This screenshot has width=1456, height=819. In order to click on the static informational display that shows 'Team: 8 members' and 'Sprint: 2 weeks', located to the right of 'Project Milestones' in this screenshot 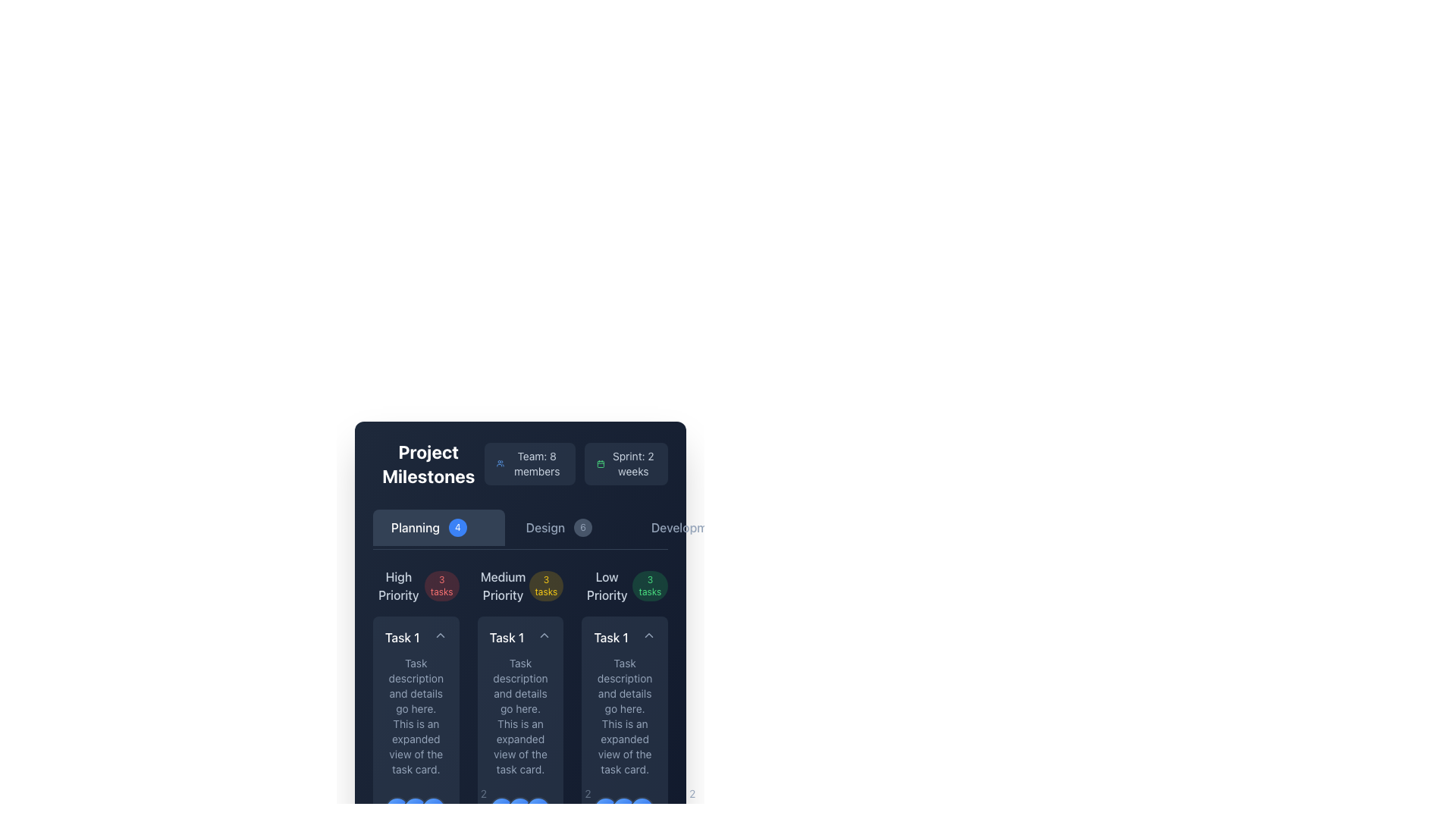, I will do `click(575, 463)`.